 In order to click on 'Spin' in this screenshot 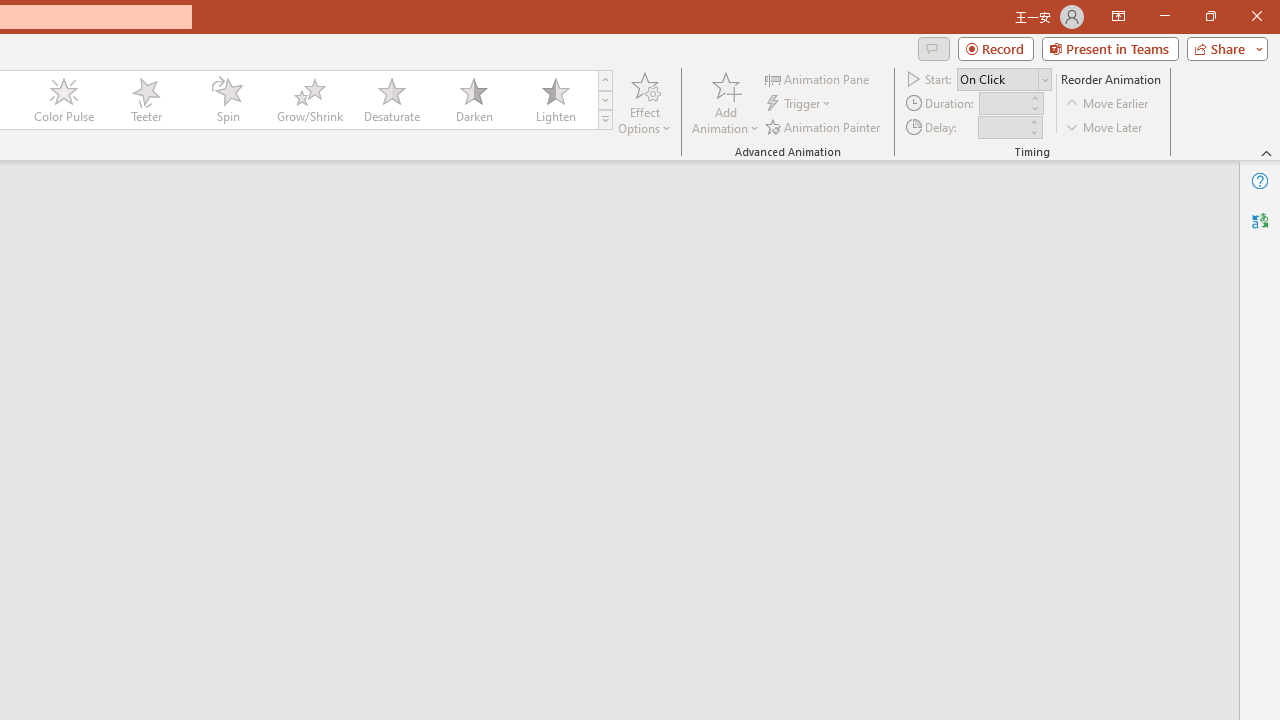, I will do `click(227, 100)`.